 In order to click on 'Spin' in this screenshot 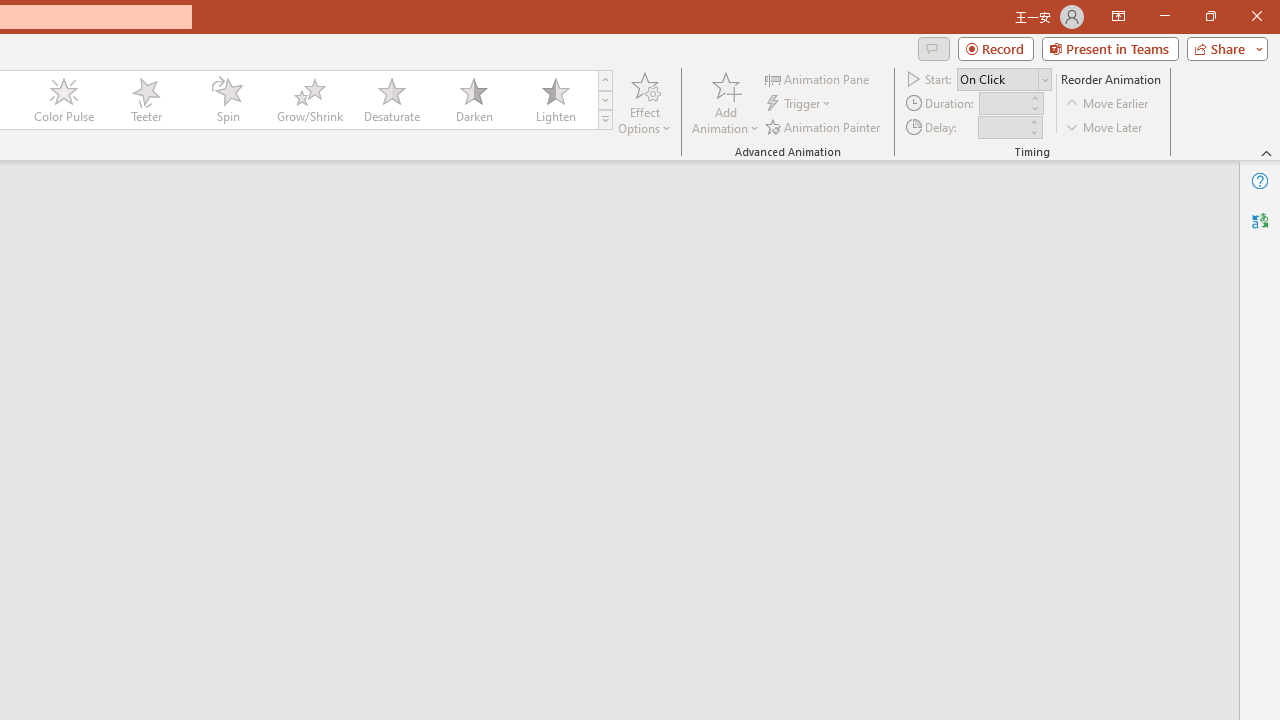, I will do `click(227, 100)`.